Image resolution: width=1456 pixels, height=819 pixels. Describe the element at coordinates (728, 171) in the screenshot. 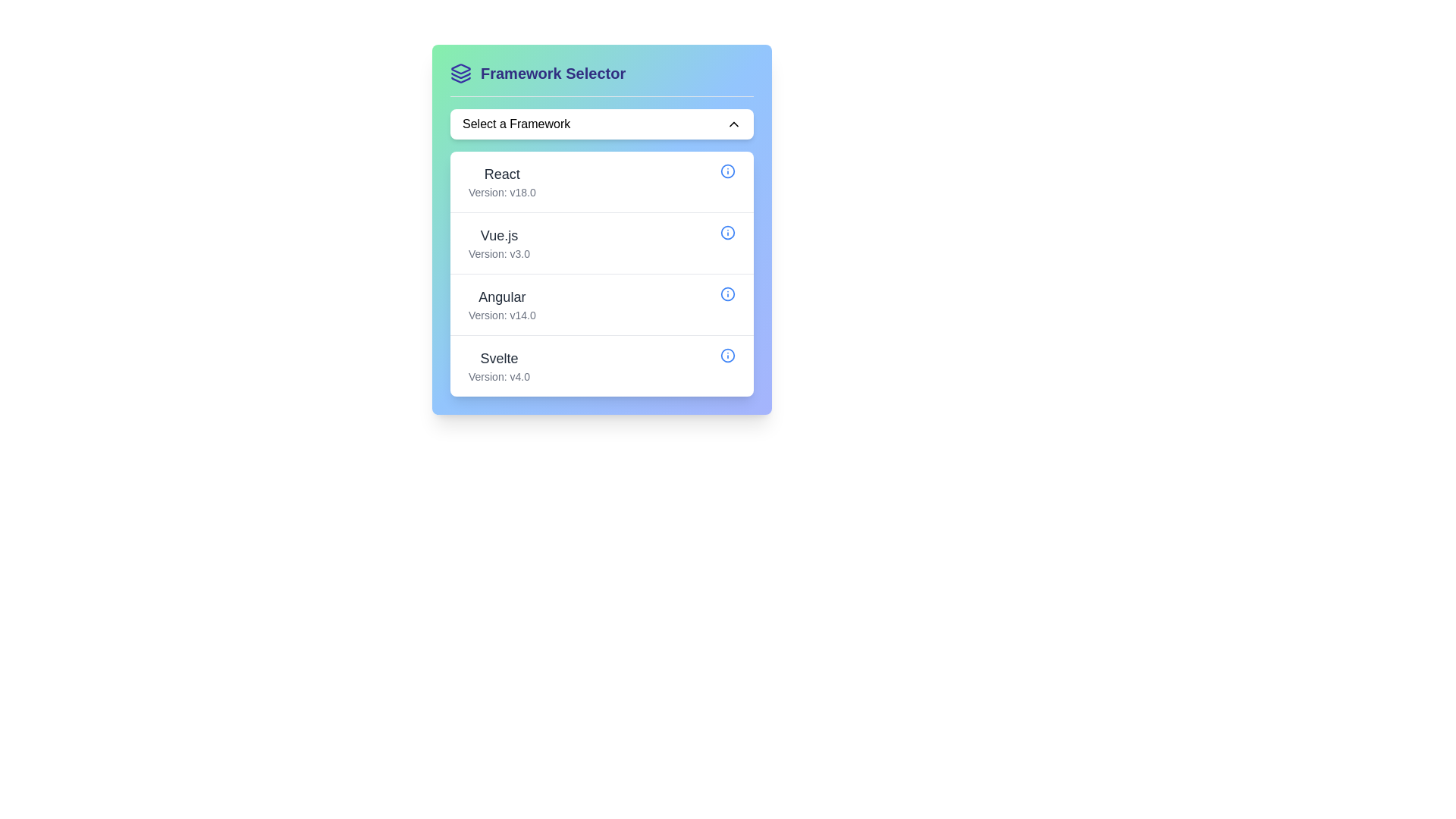

I see `the blue circular outline SVG icon that is part of the 'React' list item, located to the right side of the item text` at that location.